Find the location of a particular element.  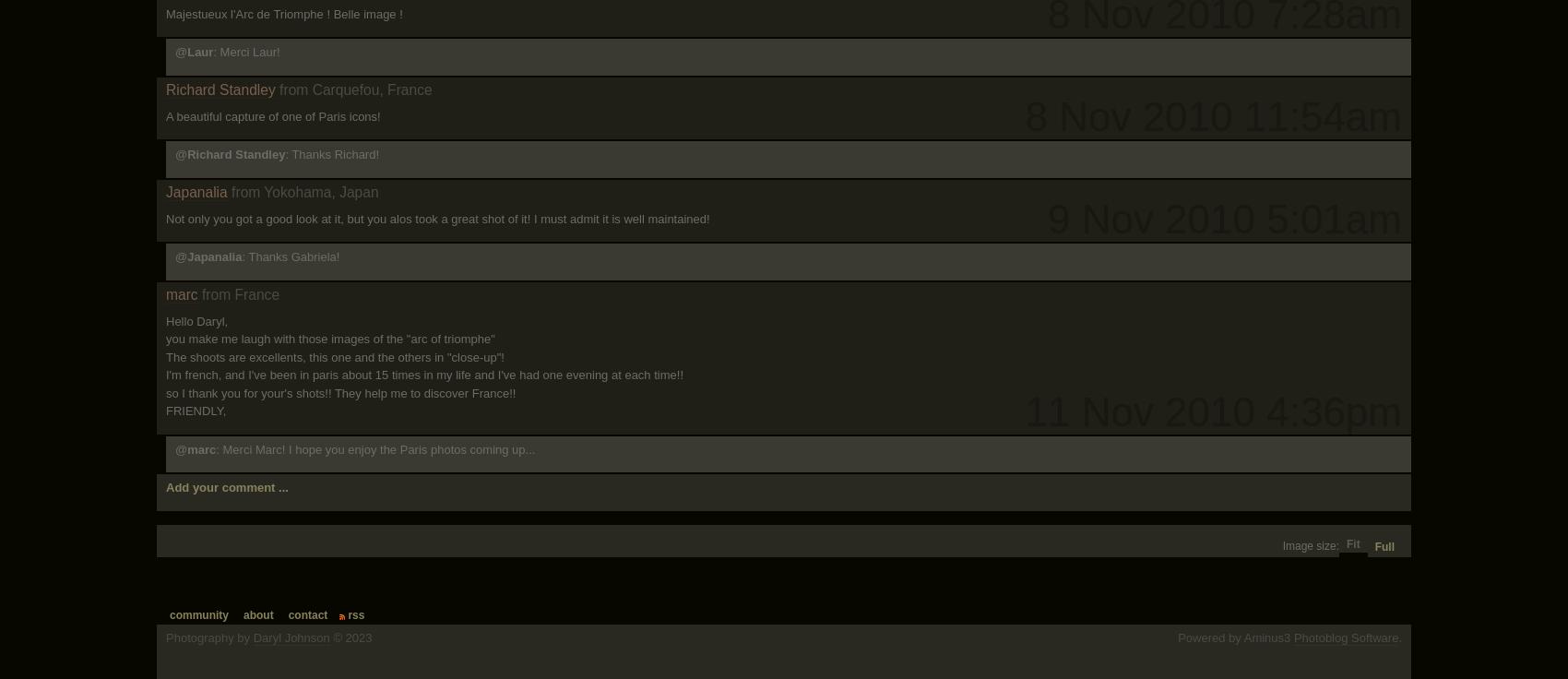

': Thanks Richard!' is located at coordinates (331, 154).